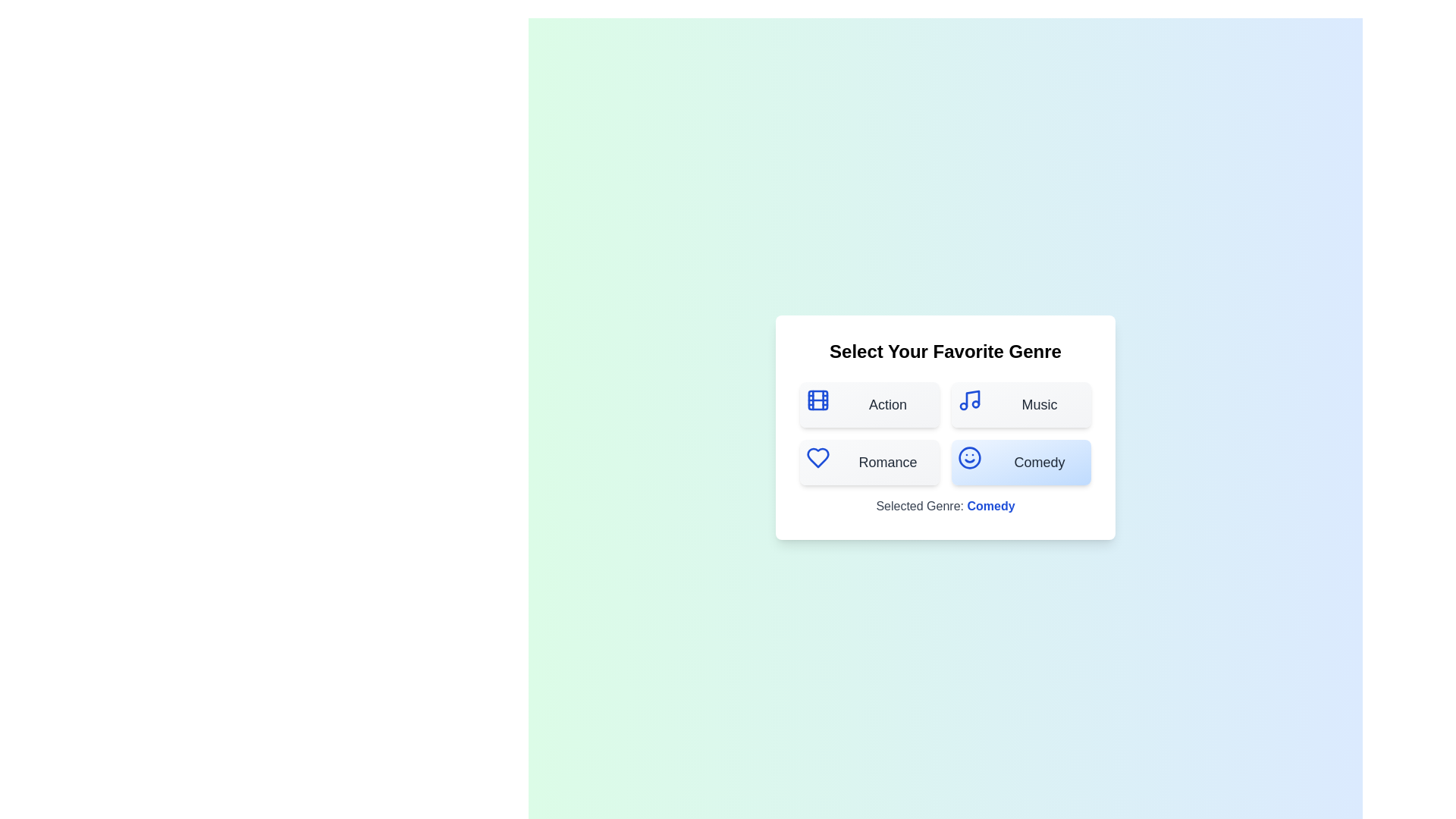  I want to click on the 'Comedy' genre button, so click(968, 457).